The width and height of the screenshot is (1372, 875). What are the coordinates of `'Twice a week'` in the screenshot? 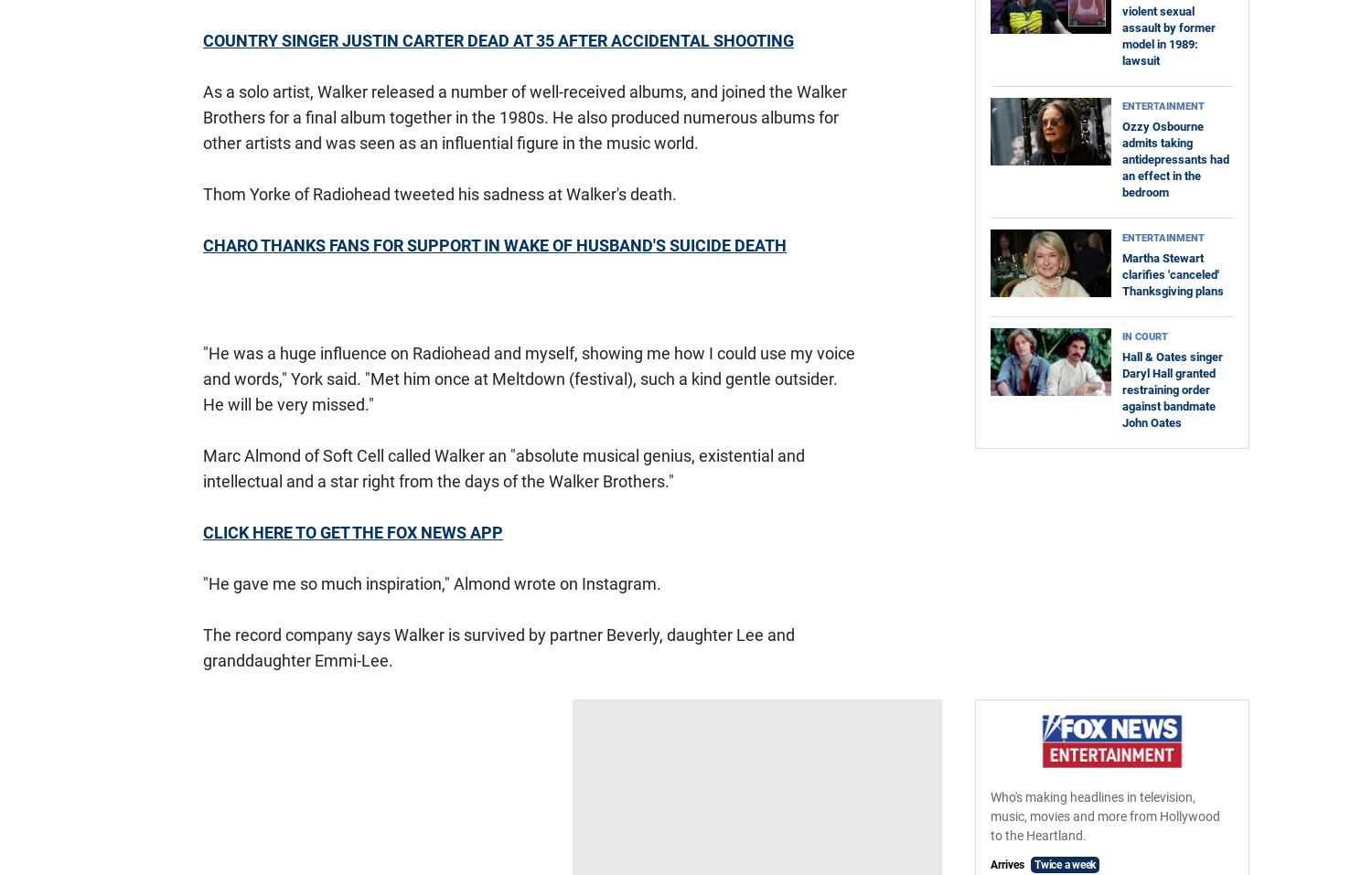 It's located at (1065, 864).